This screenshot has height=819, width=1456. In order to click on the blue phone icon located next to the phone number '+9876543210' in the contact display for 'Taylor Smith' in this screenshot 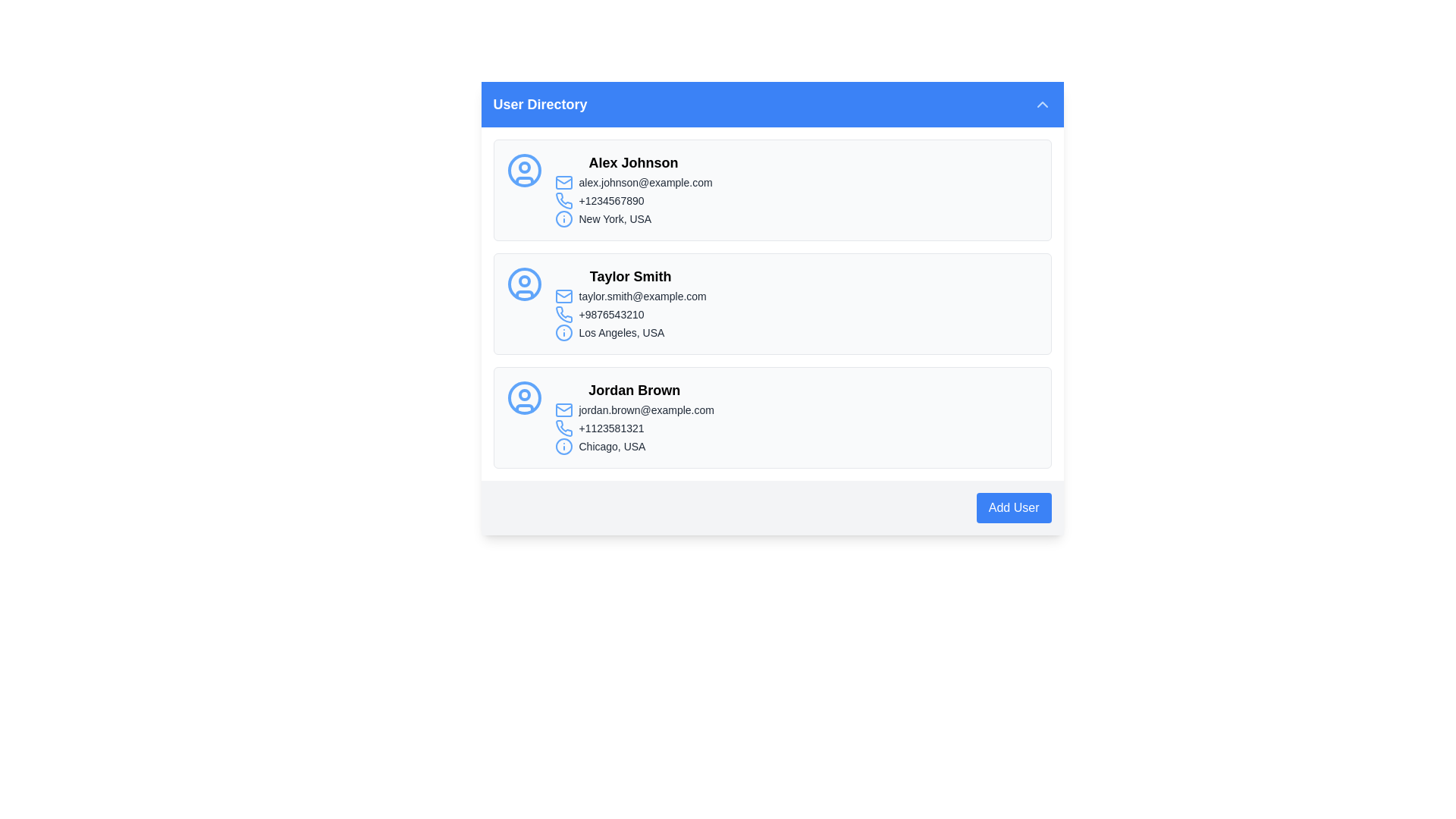, I will do `click(563, 314)`.